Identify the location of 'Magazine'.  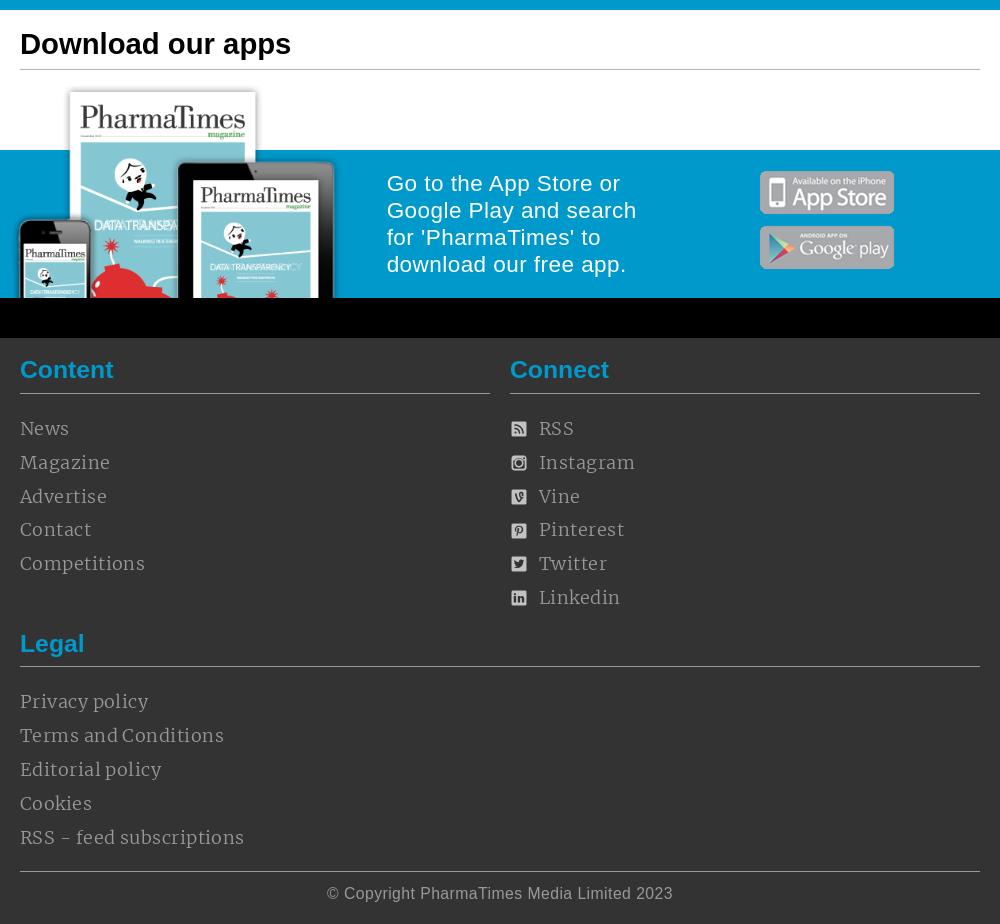
(64, 461).